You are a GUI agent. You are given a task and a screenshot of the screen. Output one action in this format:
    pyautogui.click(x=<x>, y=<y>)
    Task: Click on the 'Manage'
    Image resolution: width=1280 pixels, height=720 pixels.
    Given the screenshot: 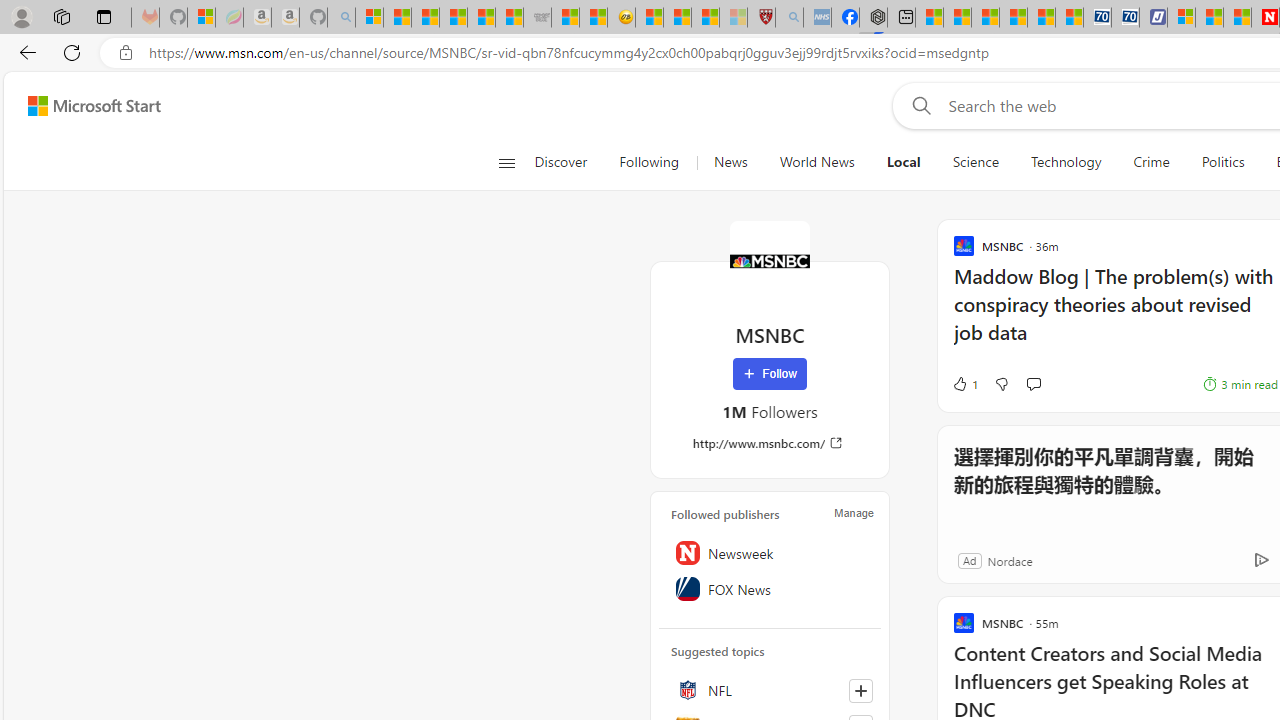 What is the action you would take?
    pyautogui.click(x=854, y=512)
    